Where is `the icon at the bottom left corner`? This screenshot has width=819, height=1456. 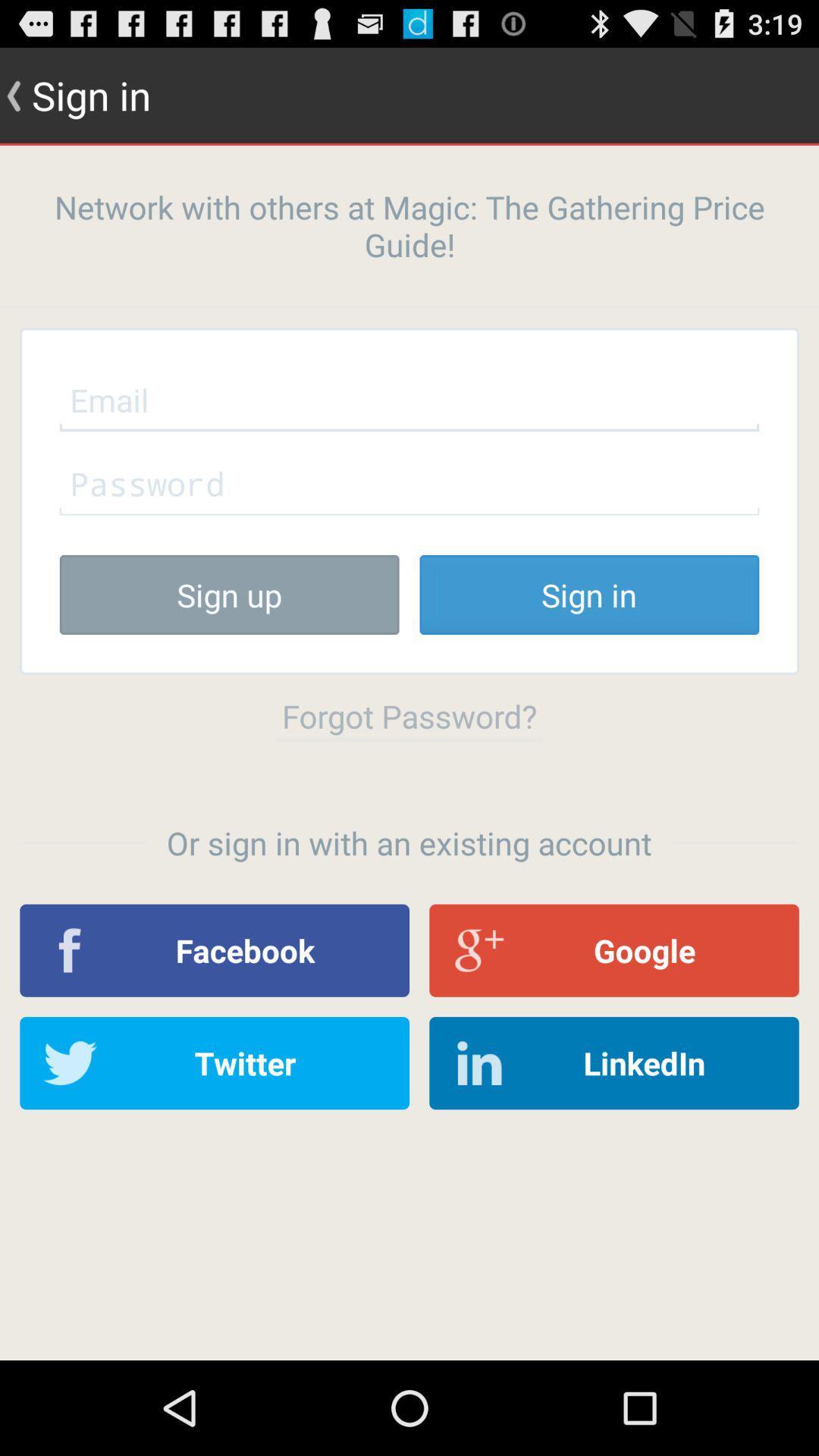 the icon at the bottom left corner is located at coordinates (215, 1062).